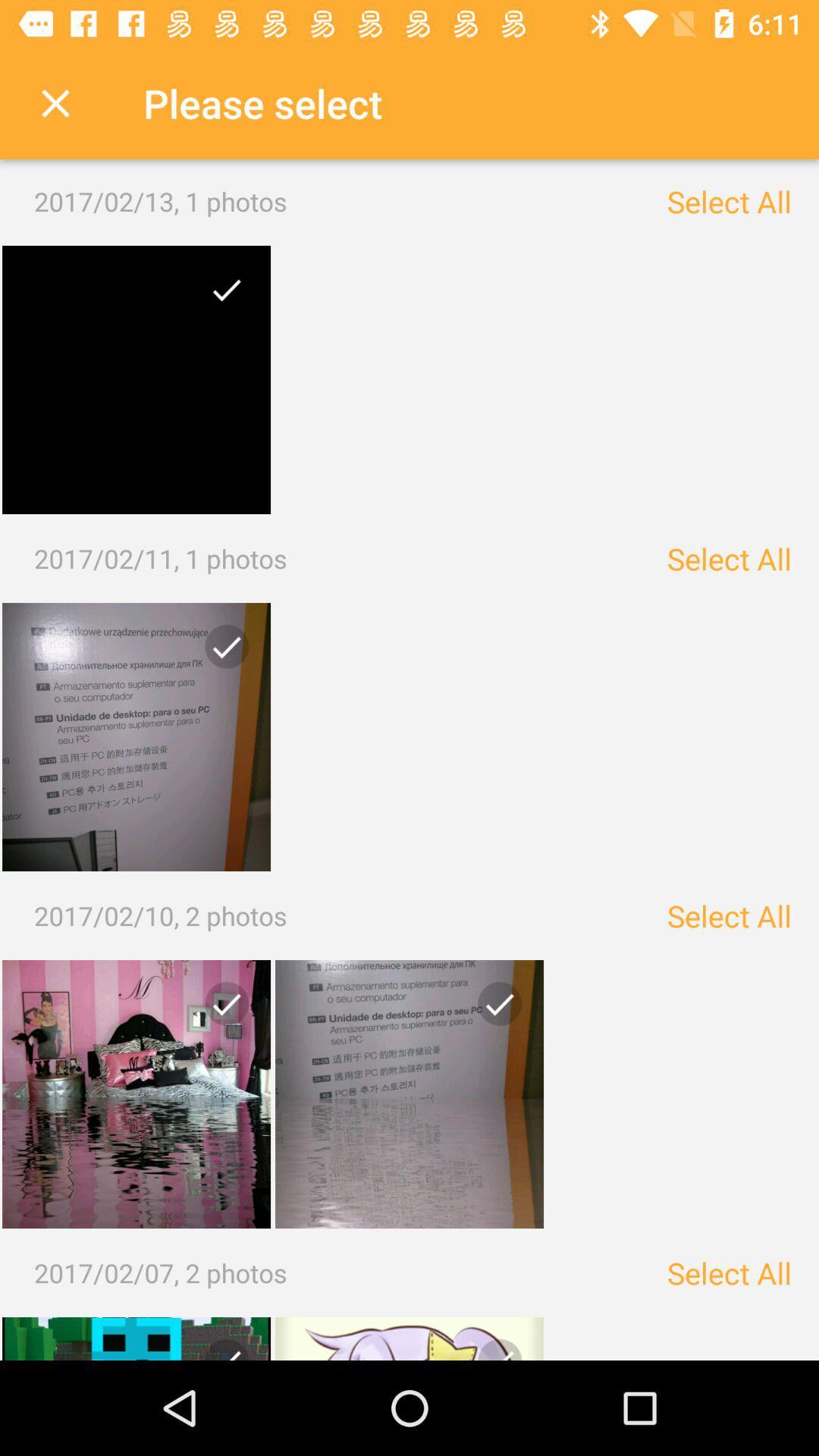 This screenshot has width=819, height=1456. Describe the element at coordinates (136, 1094) in the screenshot. I see `selected` at that location.